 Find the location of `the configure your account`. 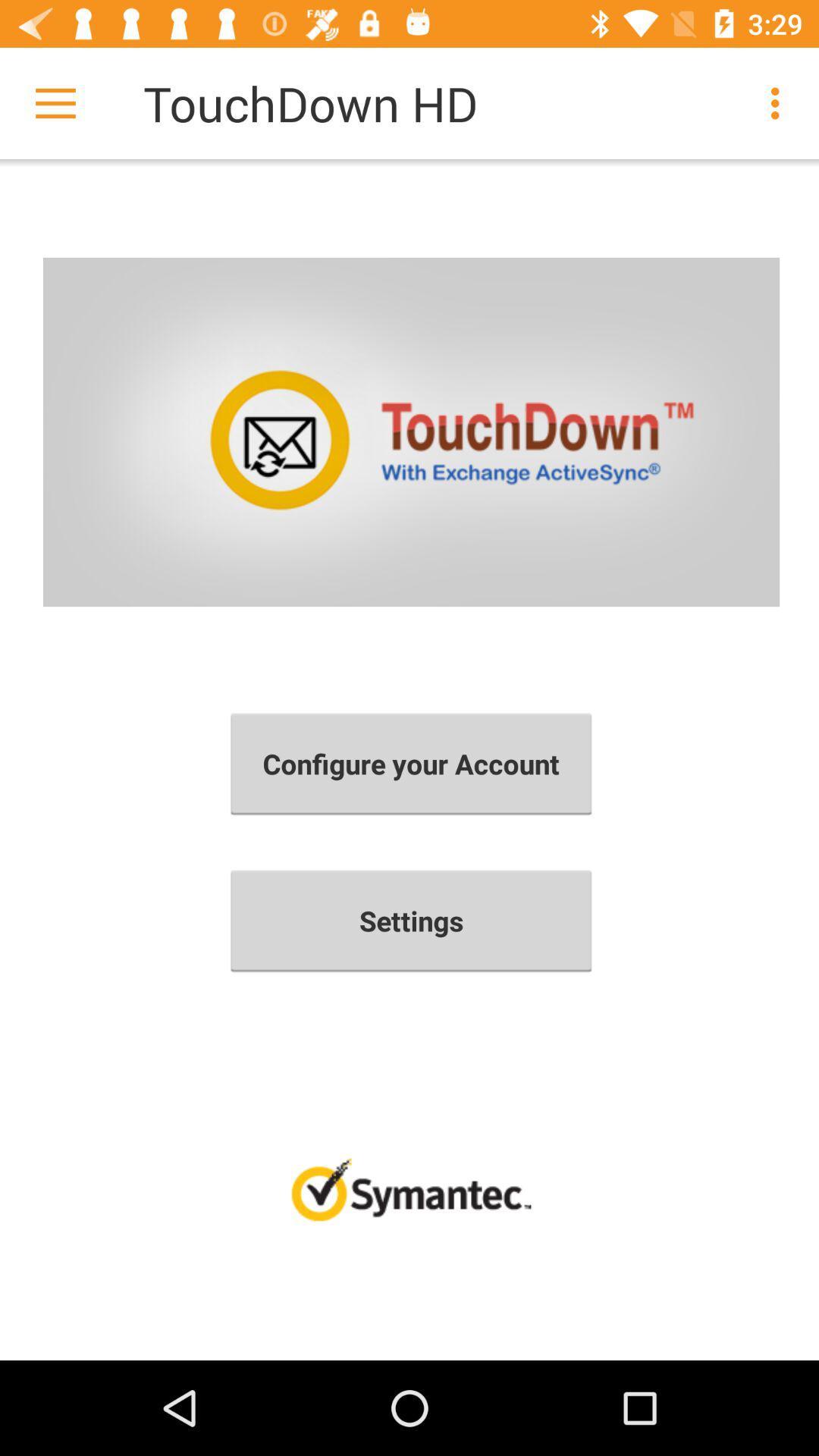

the configure your account is located at coordinates (411, 764).